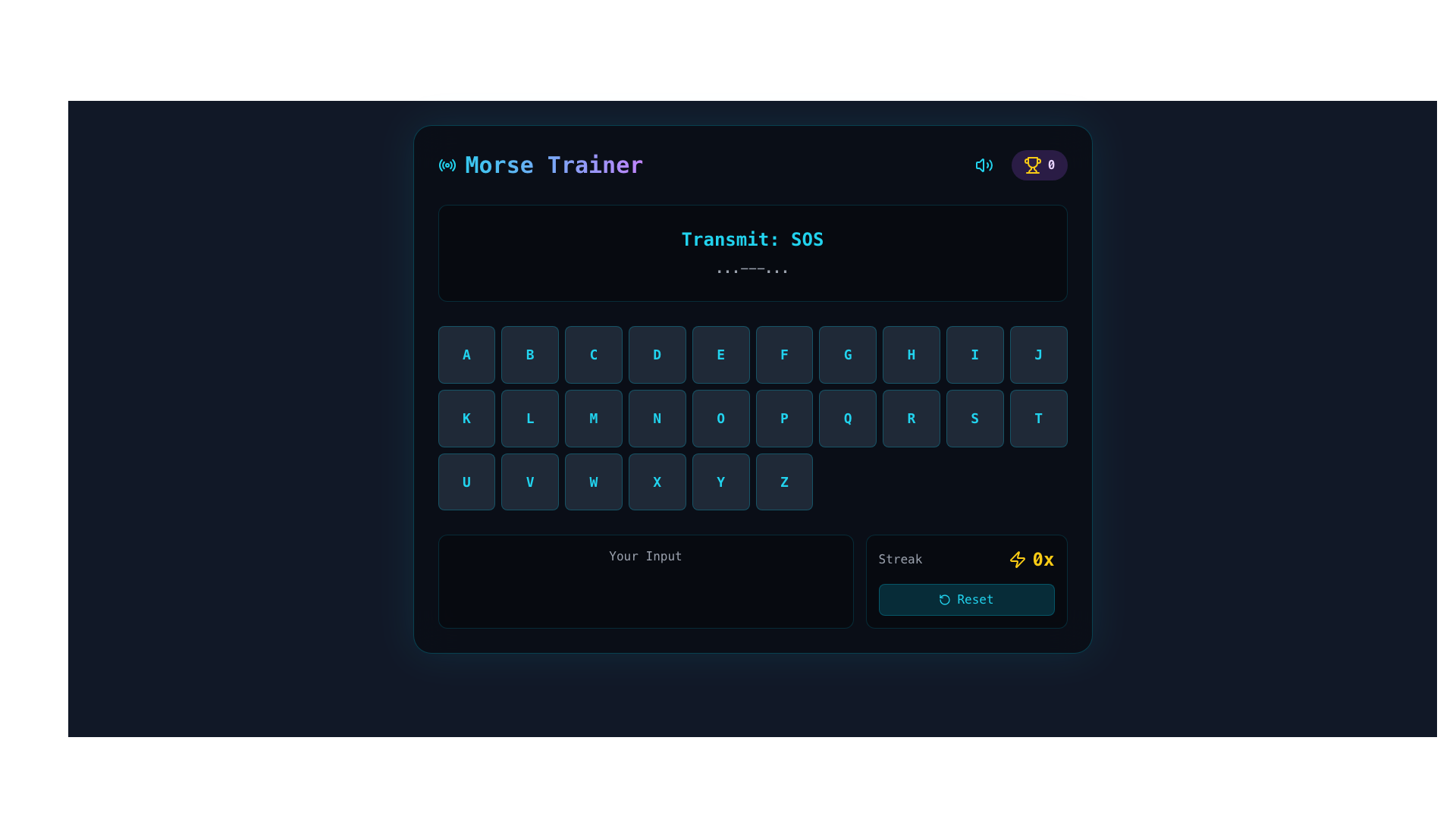  Describe the element at coordinates (1050, 165) in the screenshot. I see `numerical value displayed in the Text Display located to the right of the trophy icon in the top right area of the interface` at that location.